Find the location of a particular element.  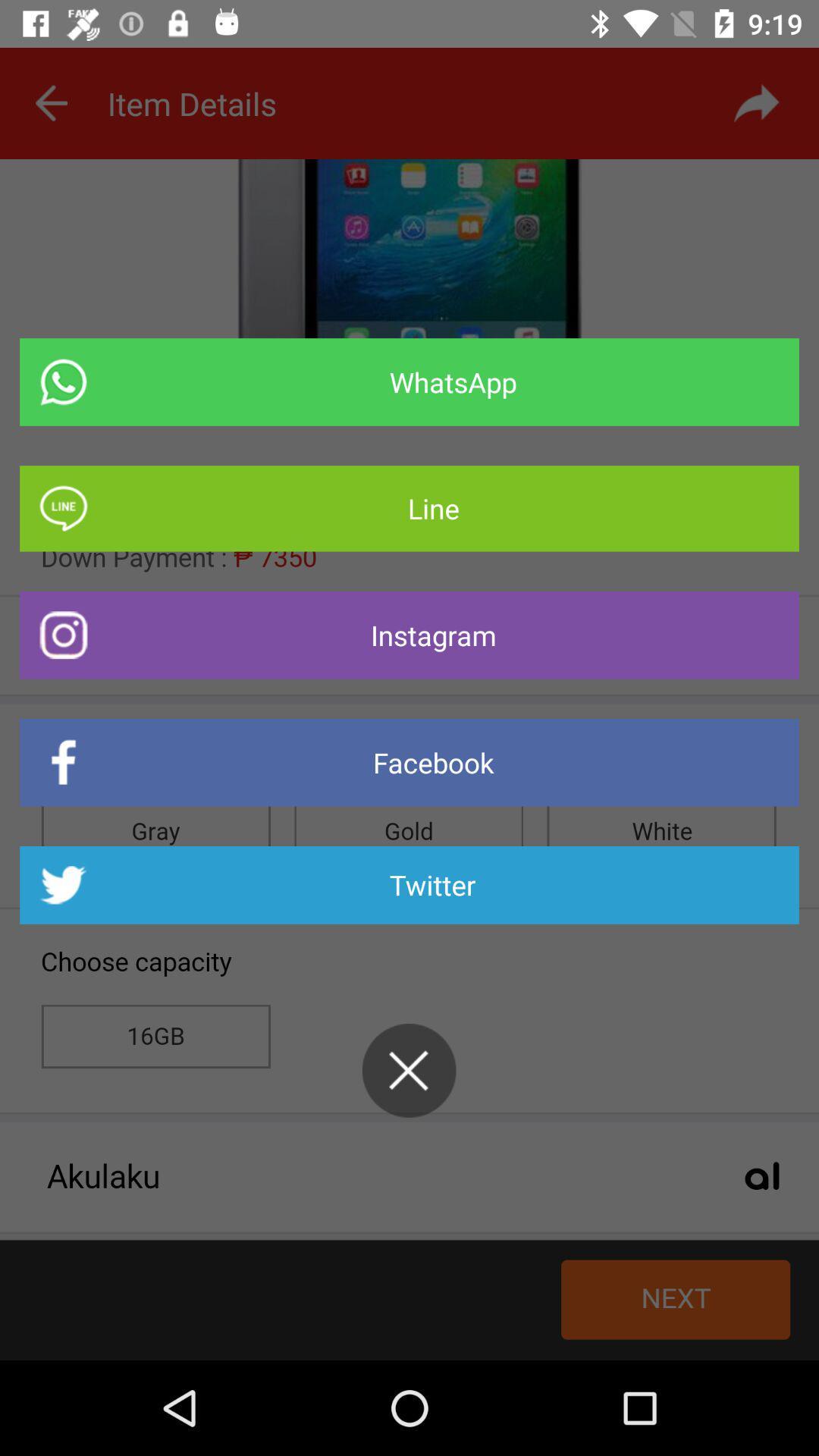

the whatsapp icon is located at coordinates (409, 382).